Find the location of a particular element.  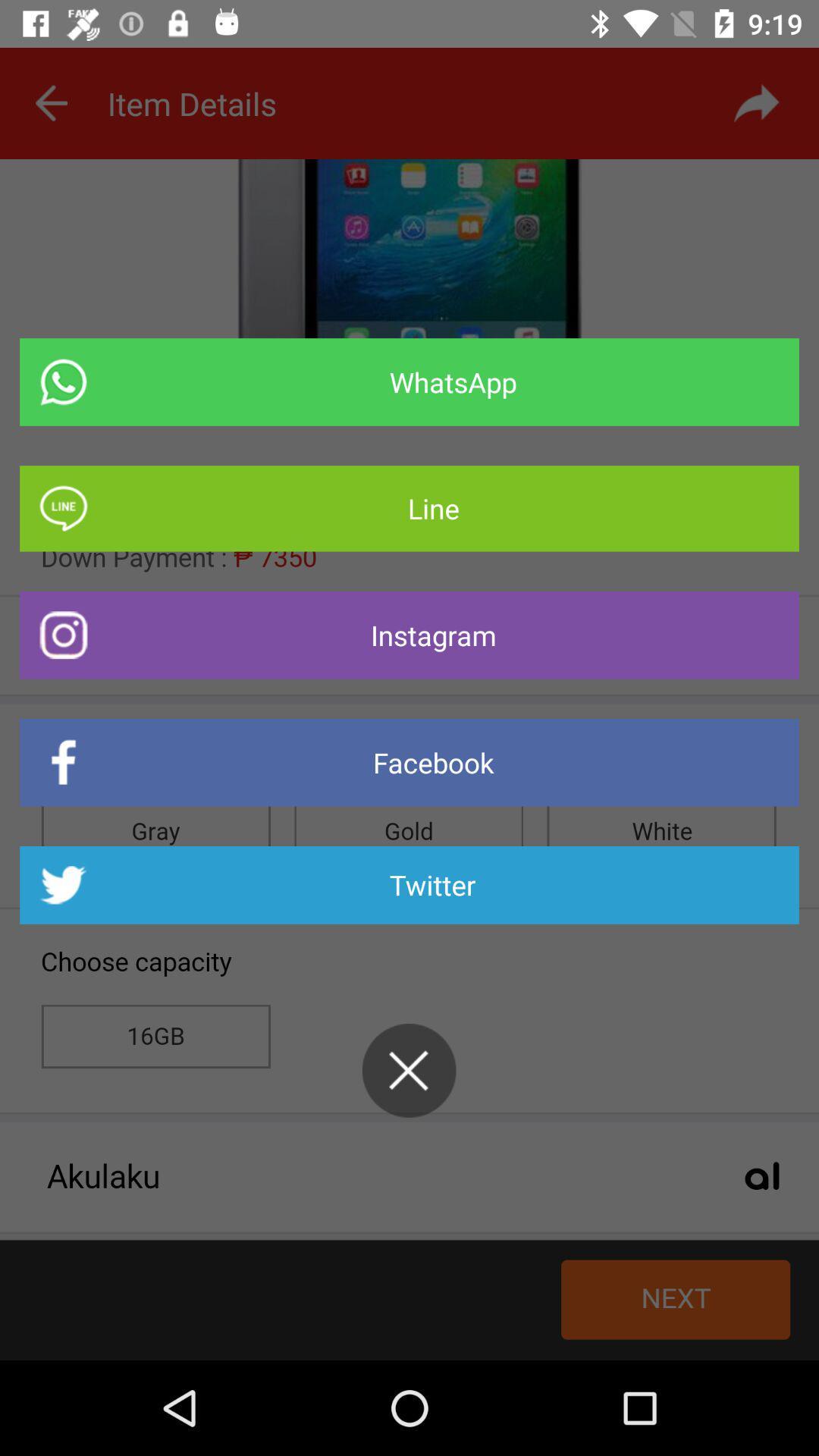

the whatsapp icon is located at coordinates (409, 382).